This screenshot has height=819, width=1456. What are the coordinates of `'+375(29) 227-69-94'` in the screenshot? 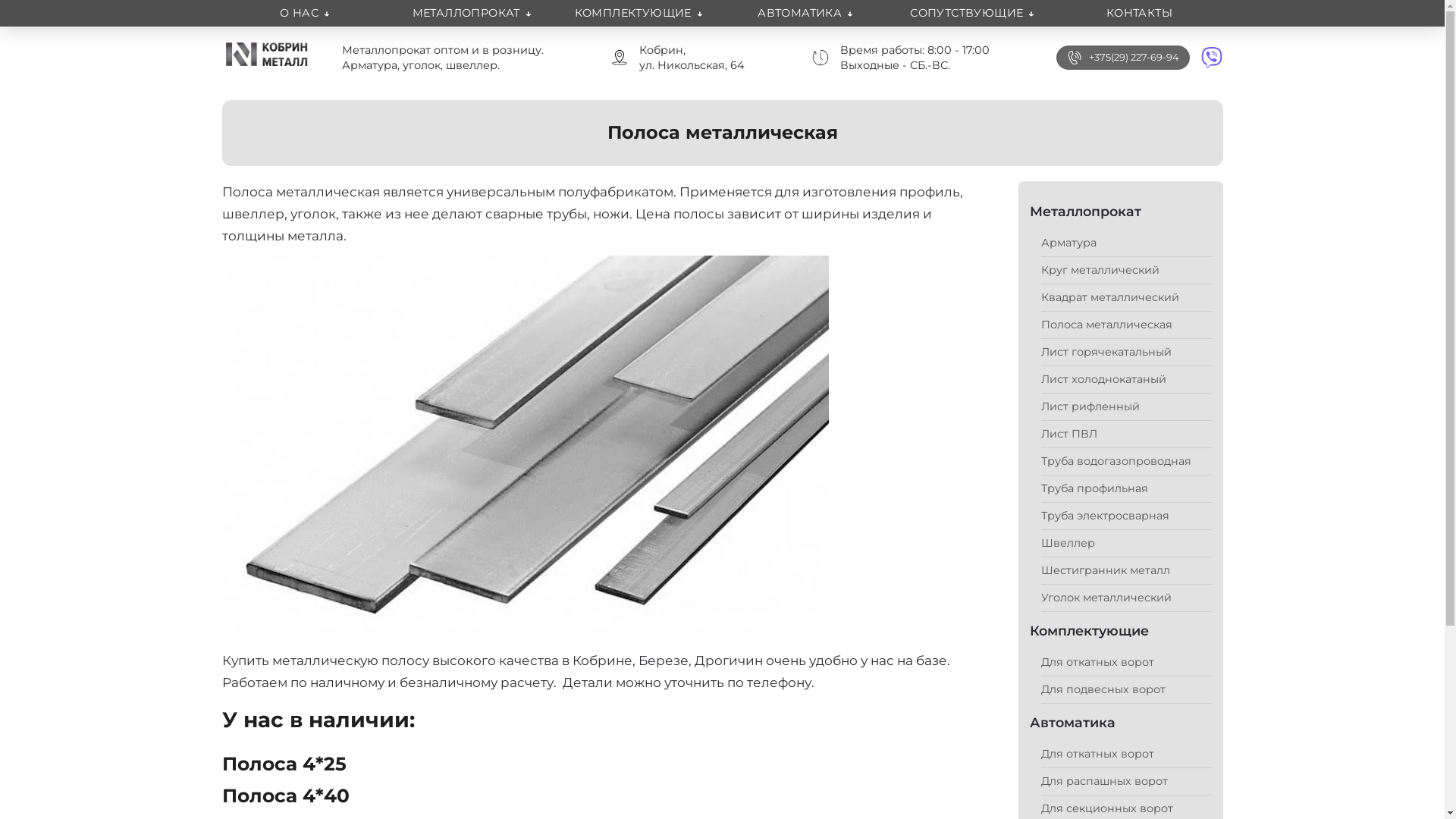 It's located at (1133, 57).